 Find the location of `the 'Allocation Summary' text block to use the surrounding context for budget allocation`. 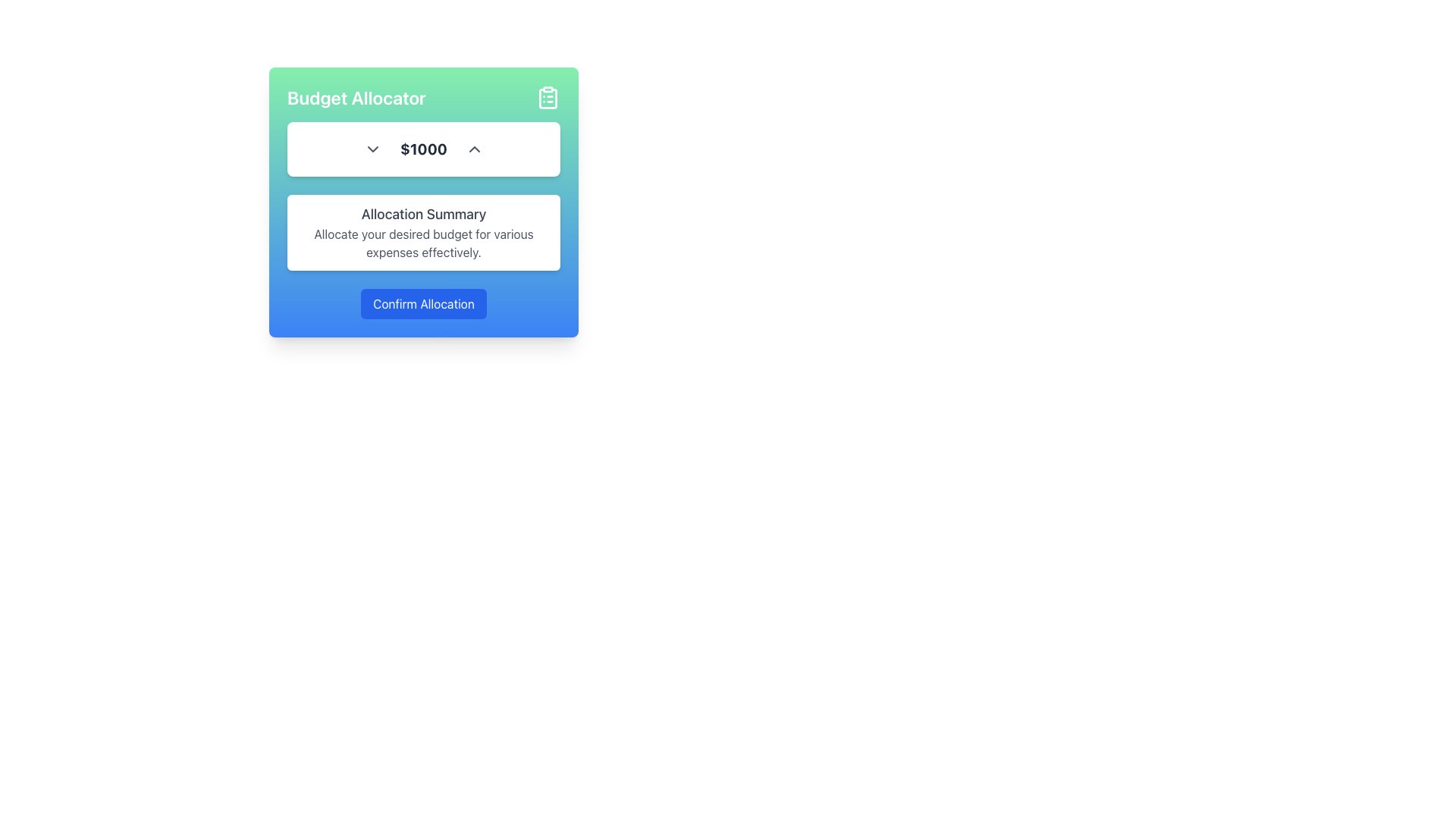

the 'Allocation Summary' text block to use the surrounding context for budget allocation is located at coordinates (423, 220).